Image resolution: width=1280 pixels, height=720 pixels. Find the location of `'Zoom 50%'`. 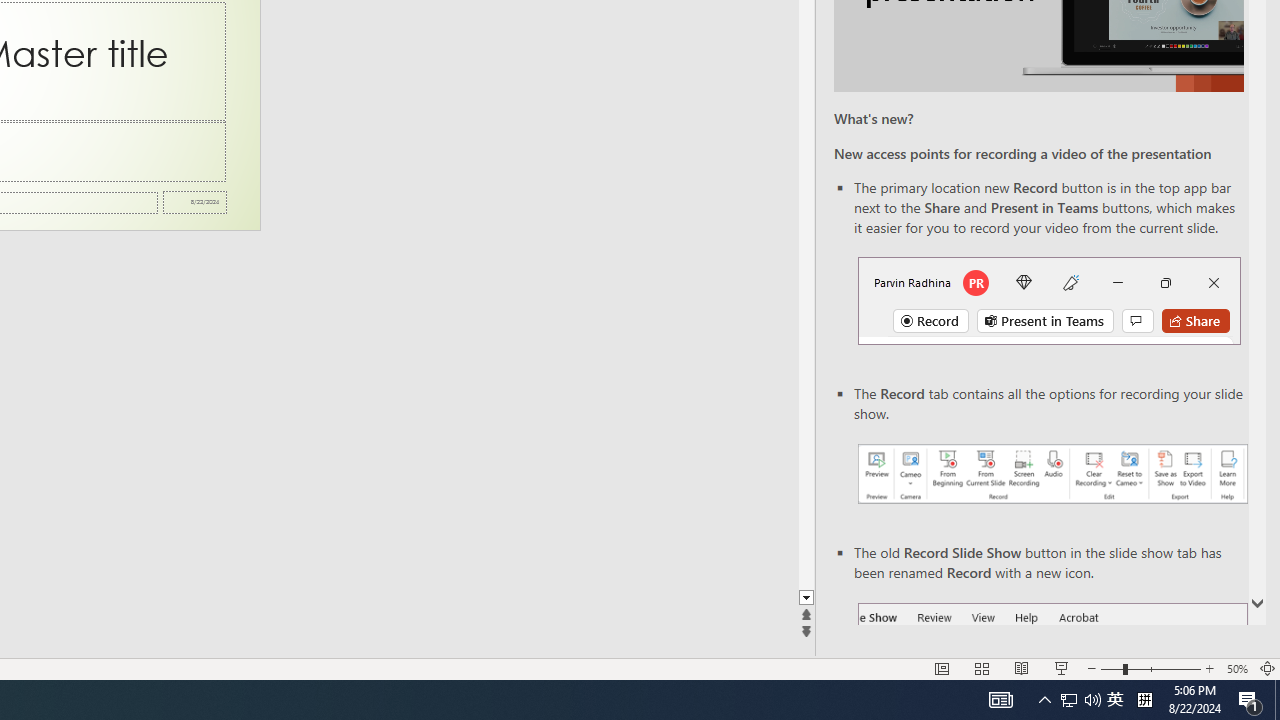

'Zoom 50%' is located at coordinates (1236, 669).